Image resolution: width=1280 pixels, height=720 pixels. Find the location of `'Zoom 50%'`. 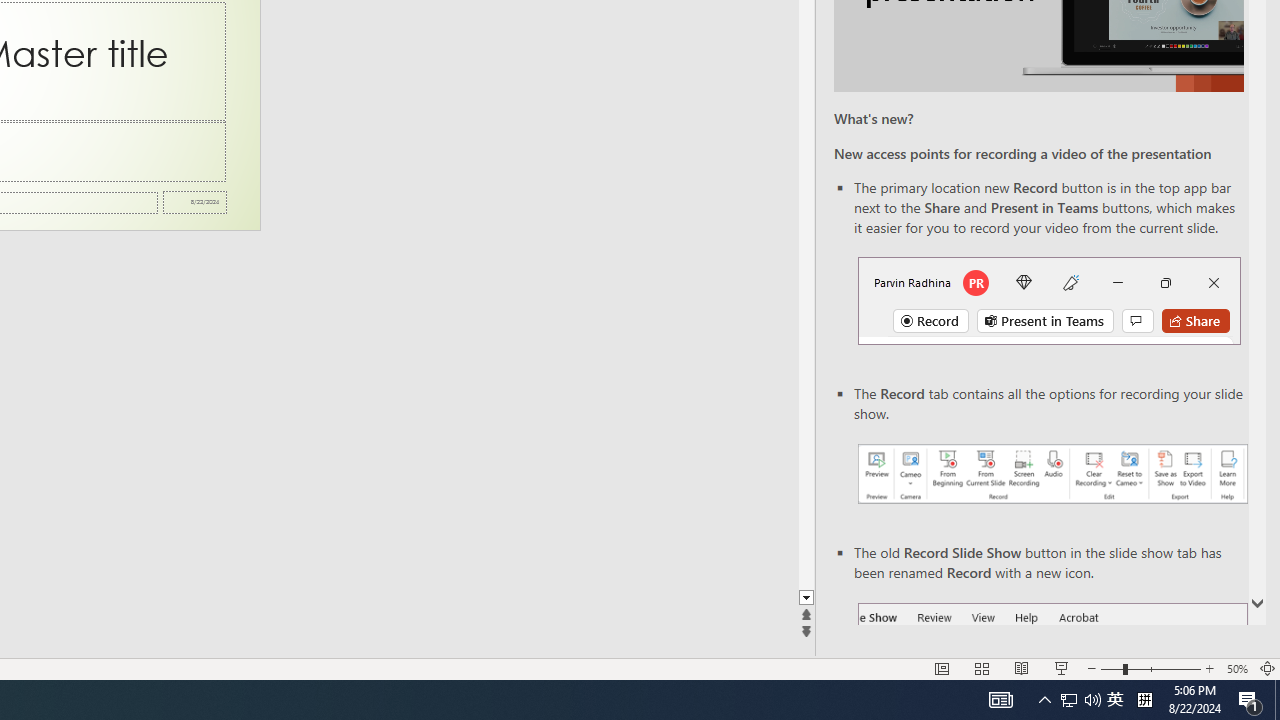

'Zoom 50%' is located at coordinates (1236, 669).